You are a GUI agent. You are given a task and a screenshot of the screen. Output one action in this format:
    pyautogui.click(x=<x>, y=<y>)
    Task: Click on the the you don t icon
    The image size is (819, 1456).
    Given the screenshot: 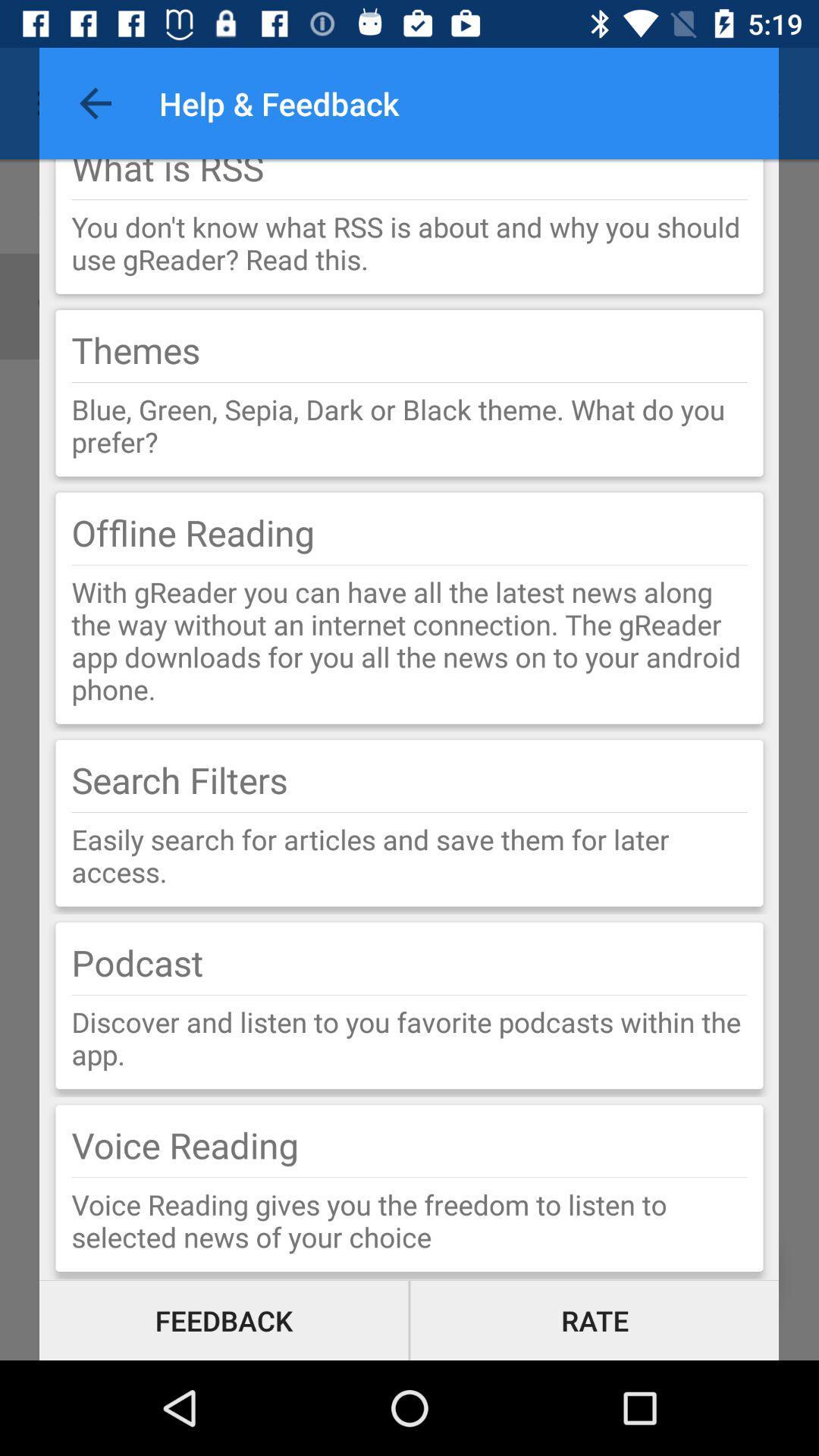 What is the action you would take?
    pyautogui.click(x=409, y=243)
    